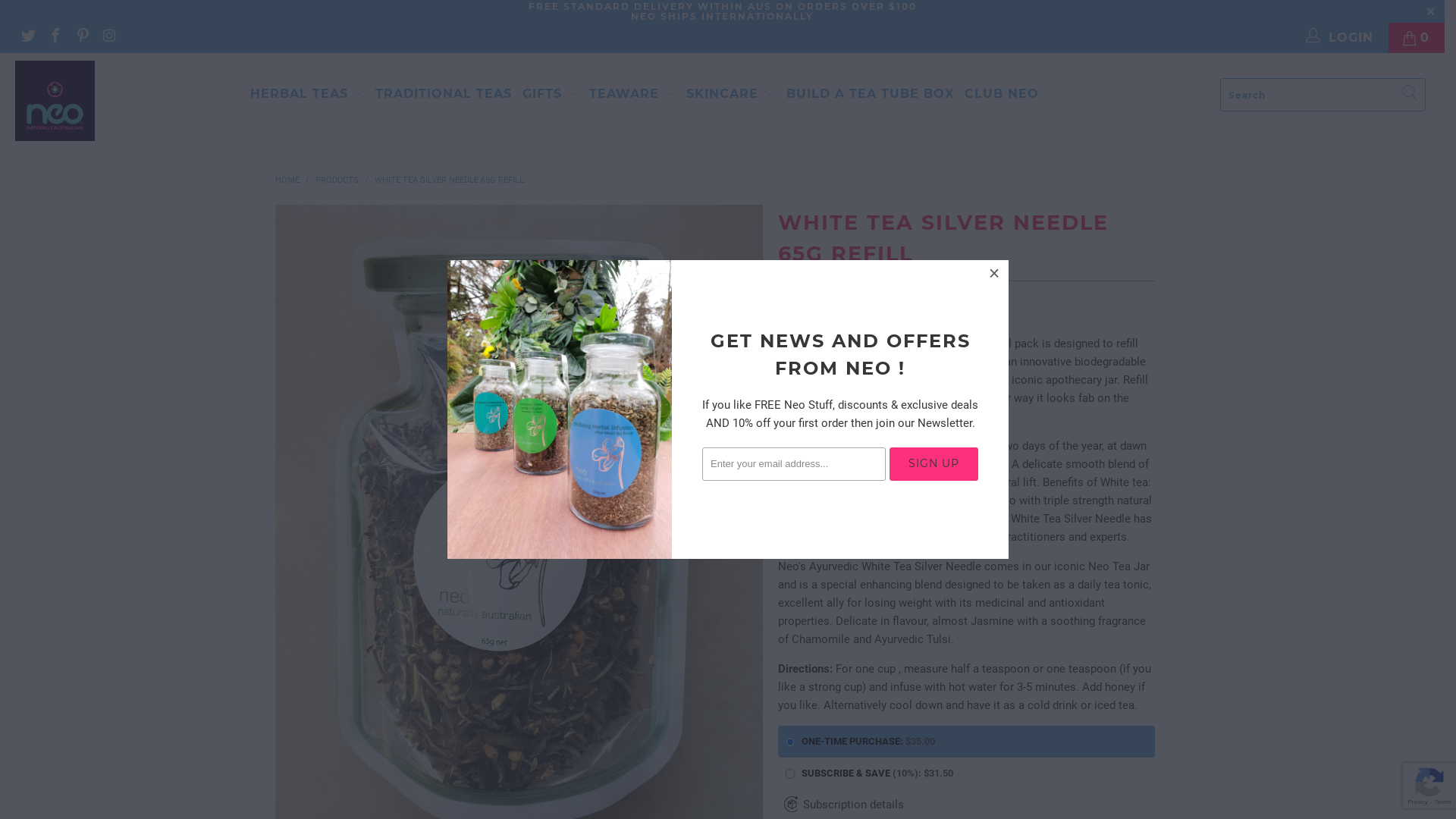  What do you see at coordinates (81, 36) in the screenshot?
I see `'Neo Australia on Pinterest'` at bounding box center [81, 36].